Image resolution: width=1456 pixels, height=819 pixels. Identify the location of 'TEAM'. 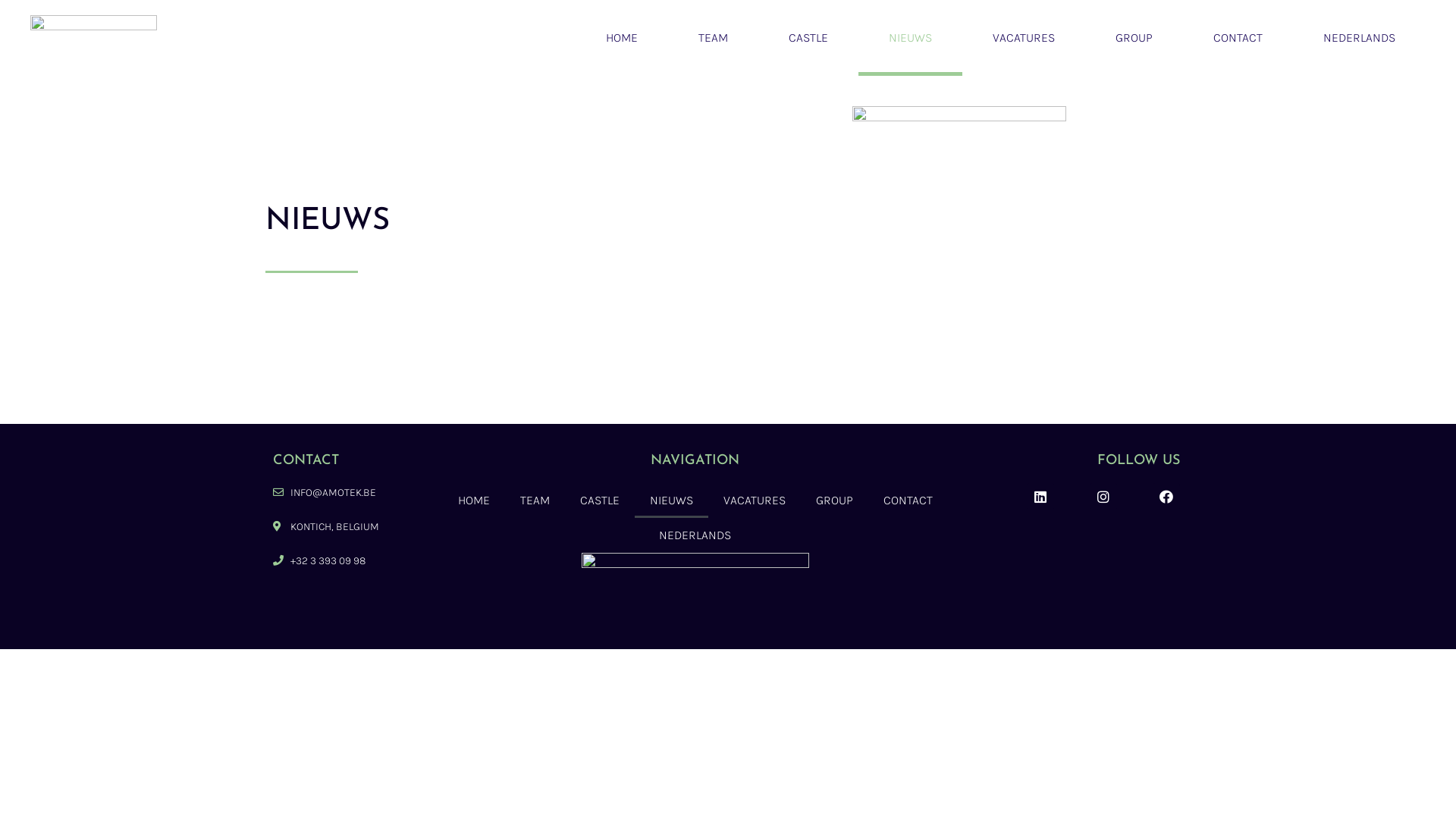
(535, 500).